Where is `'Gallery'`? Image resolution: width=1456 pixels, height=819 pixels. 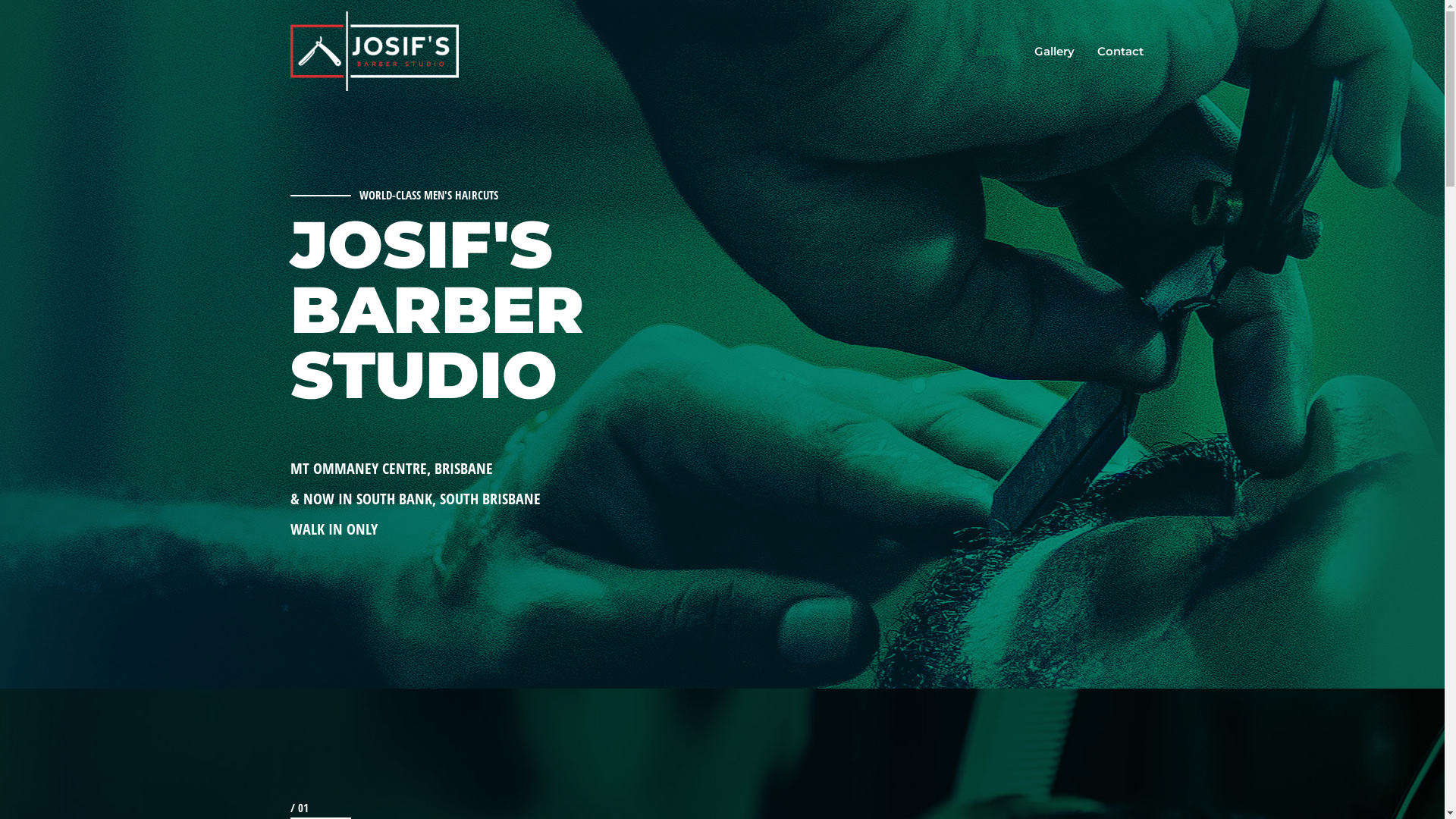 'Gallery' is located at coordinates (1053, 51).